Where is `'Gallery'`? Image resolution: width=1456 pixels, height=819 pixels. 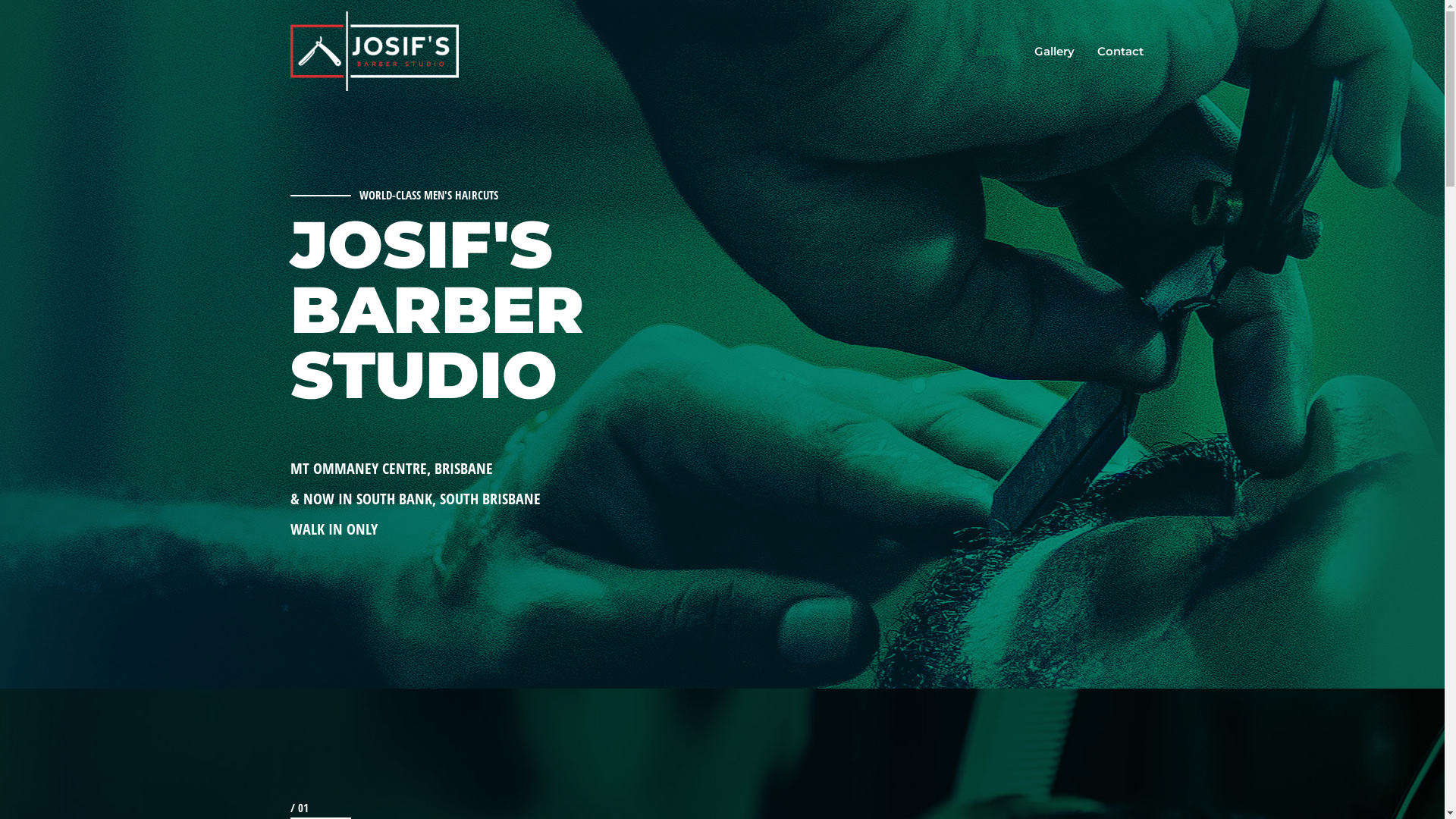 'Gallery' is located at coordinates (1053, 51).